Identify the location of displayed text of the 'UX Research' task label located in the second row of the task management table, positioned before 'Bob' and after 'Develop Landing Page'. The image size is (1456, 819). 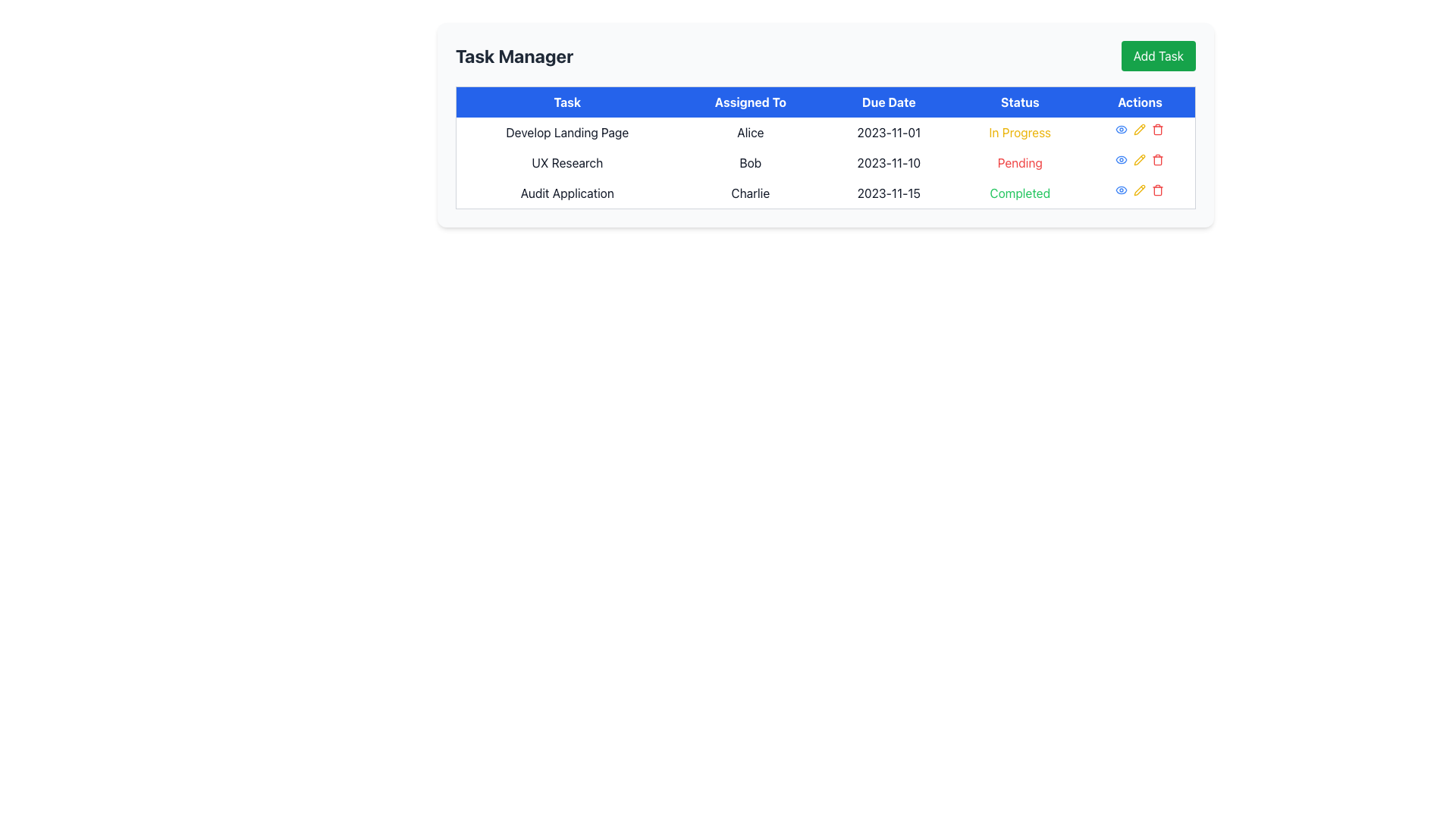
(566, 163).